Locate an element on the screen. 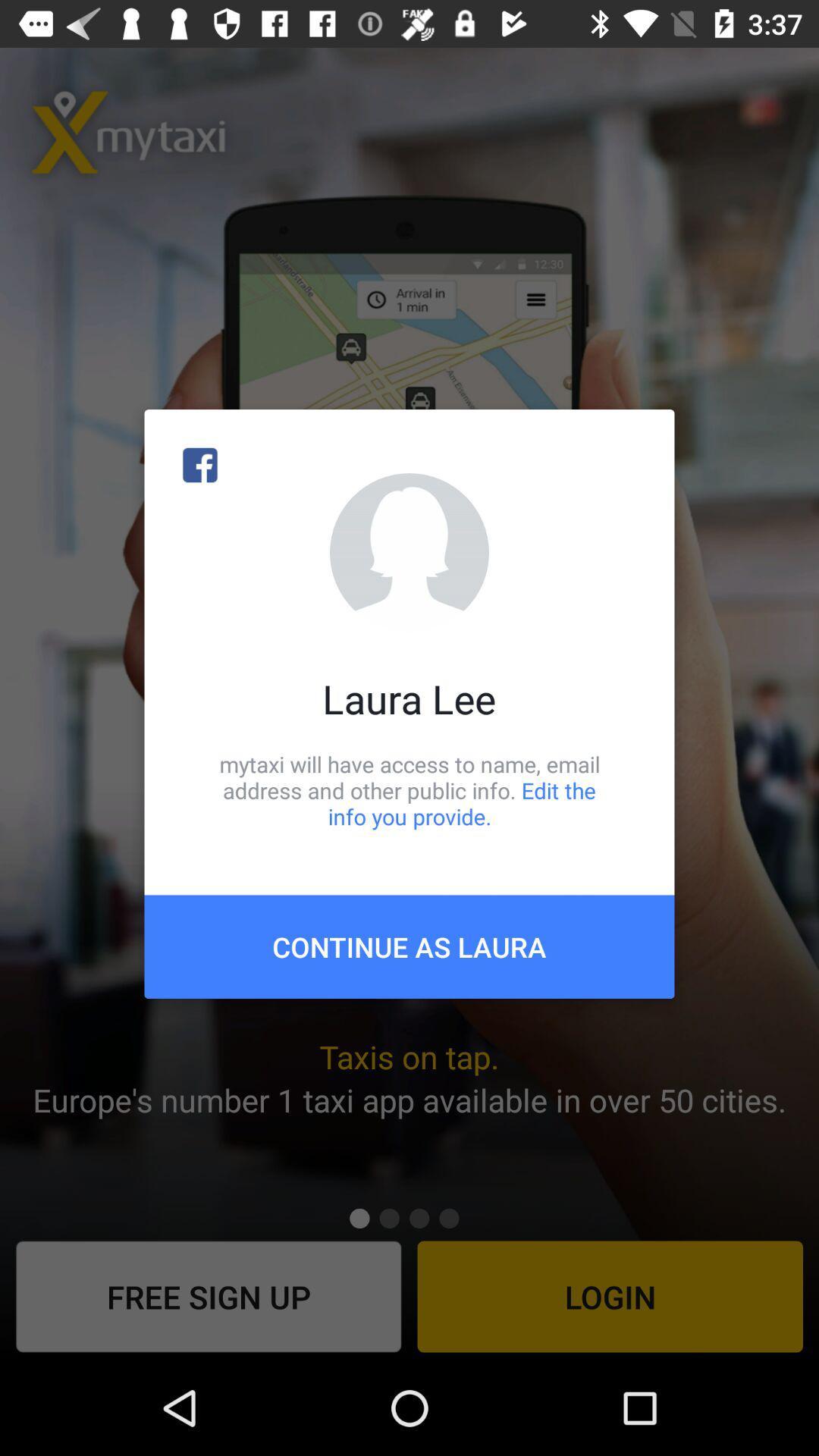  the icon below the laura lee is located at coordinates (409, 789).